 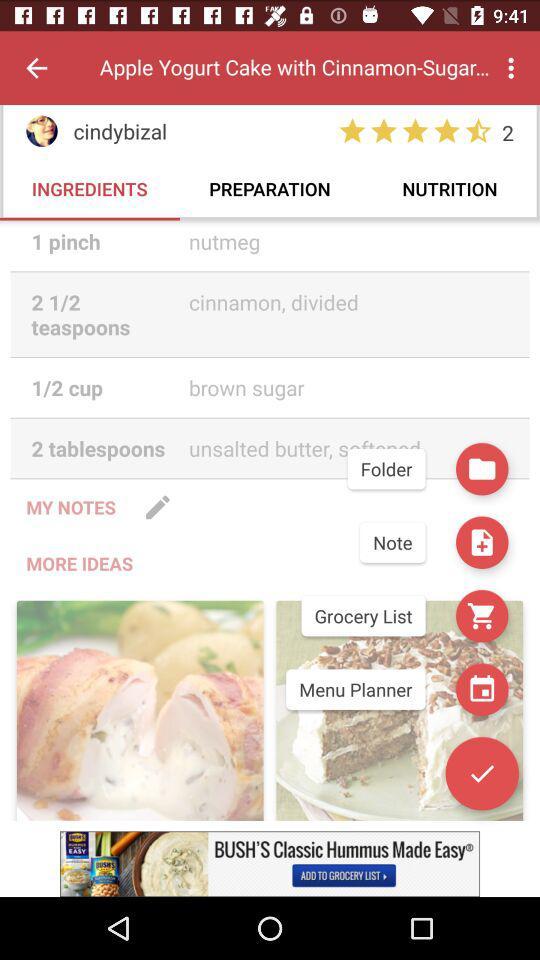 I want to click on the date_range icon, so click(x=481, y=689).